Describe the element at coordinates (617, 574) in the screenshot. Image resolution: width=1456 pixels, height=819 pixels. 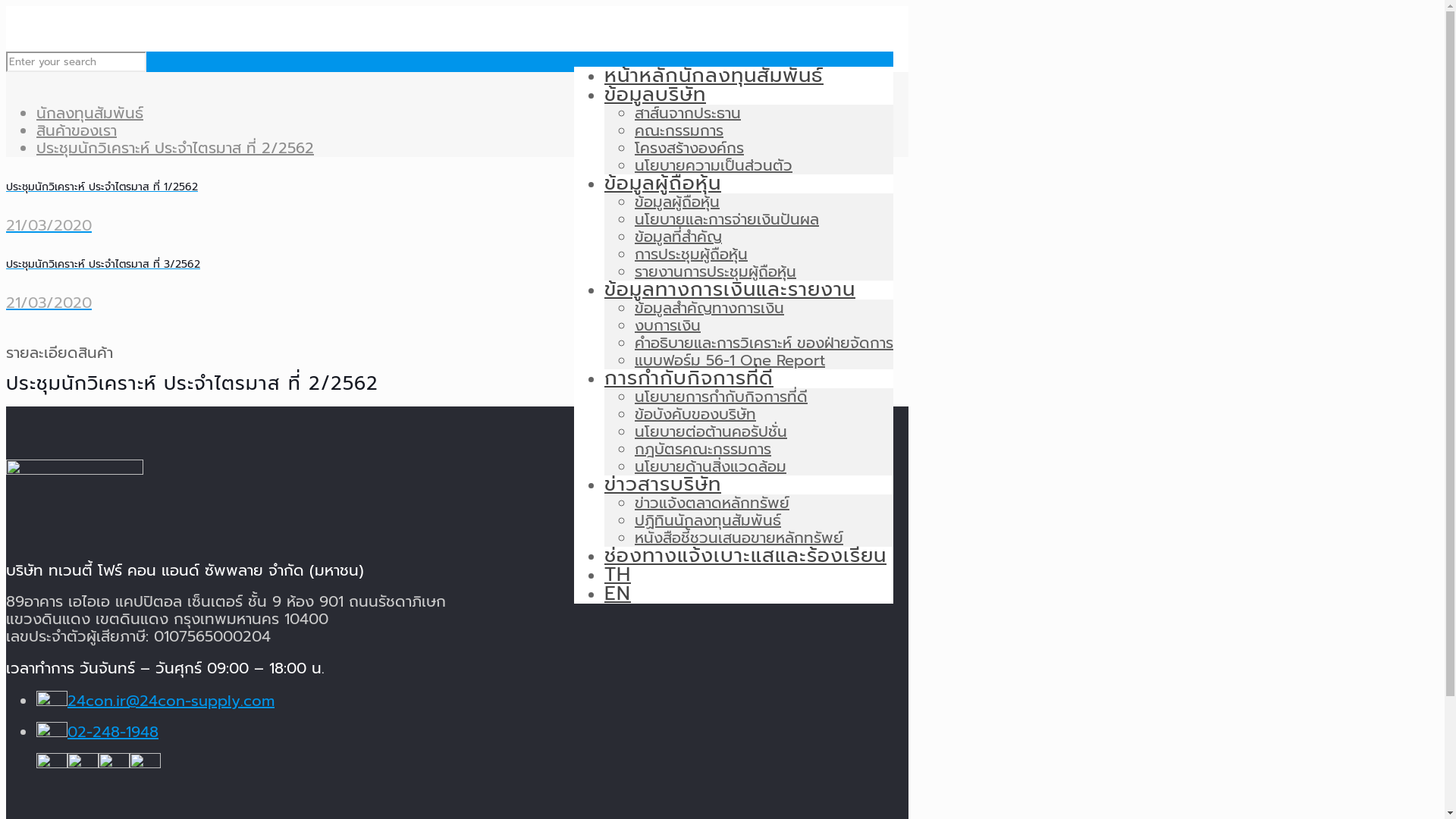
I see `'TH'` at that location.